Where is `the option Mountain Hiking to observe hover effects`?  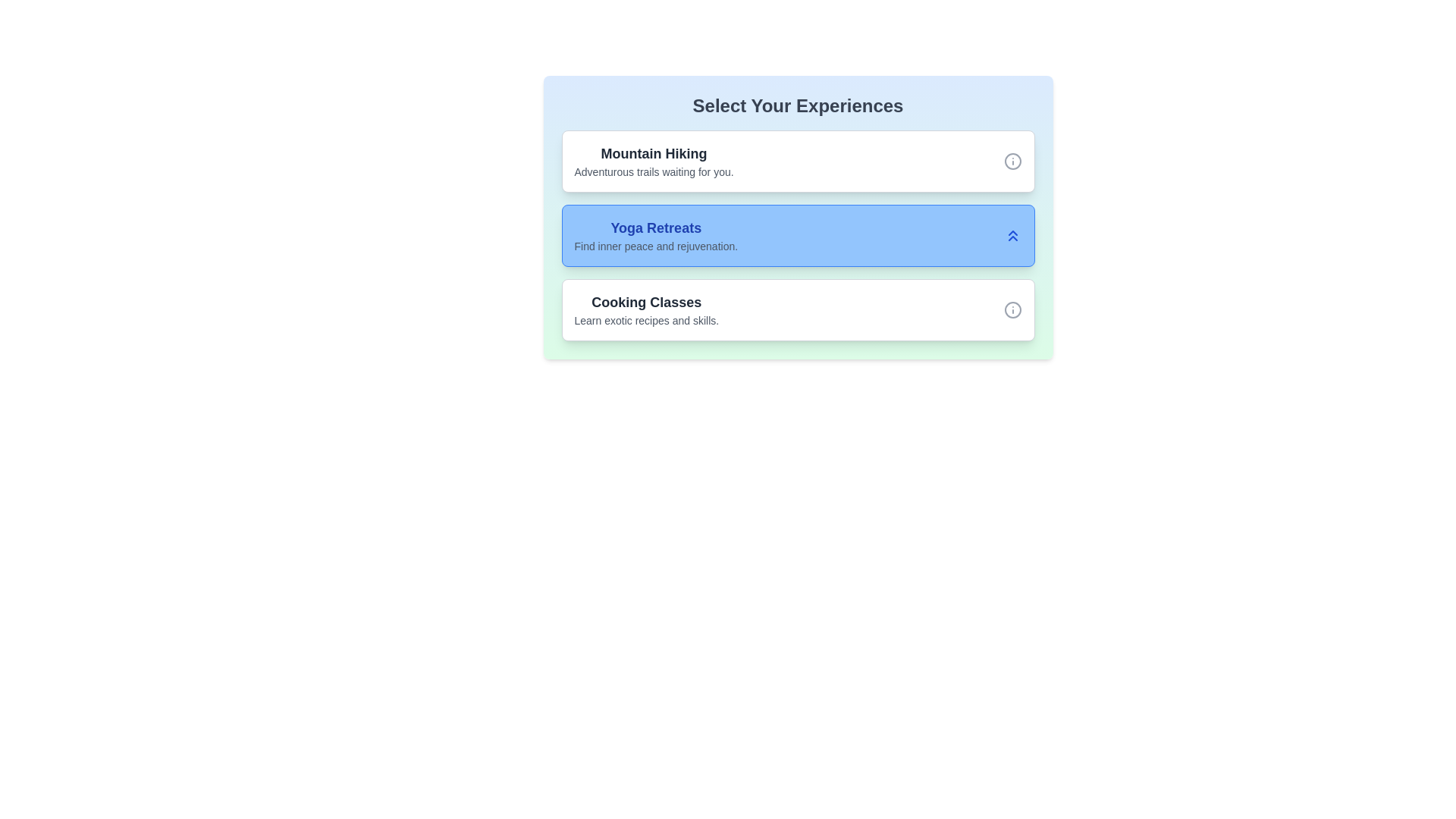
the option Mountain Hiking to observe hover effects is located at coordinates (797, 161).